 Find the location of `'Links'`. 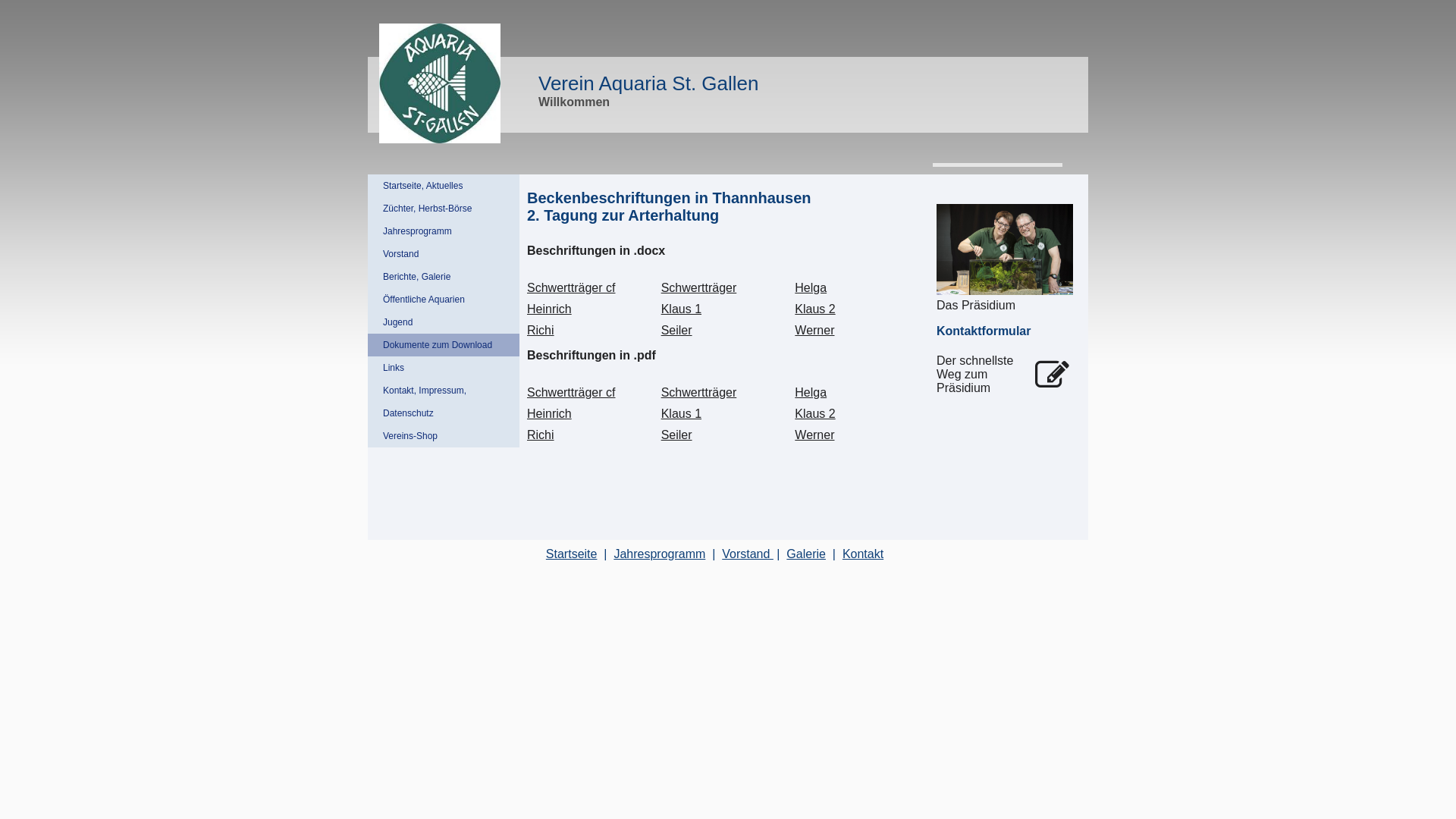

'Links' is located at coordinates (443, 368).